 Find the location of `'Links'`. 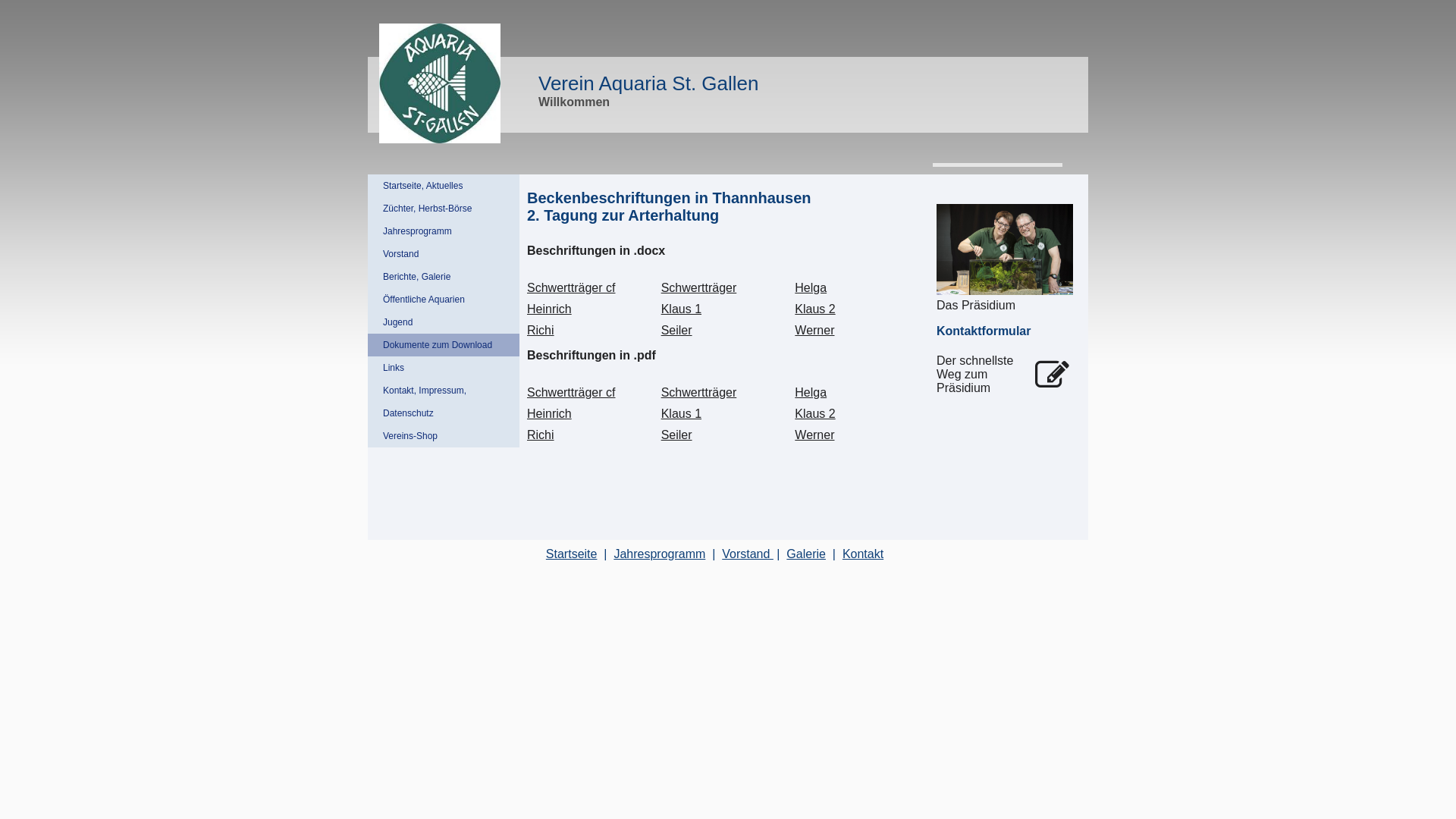

'Links' is located at coordinates (443, 368).